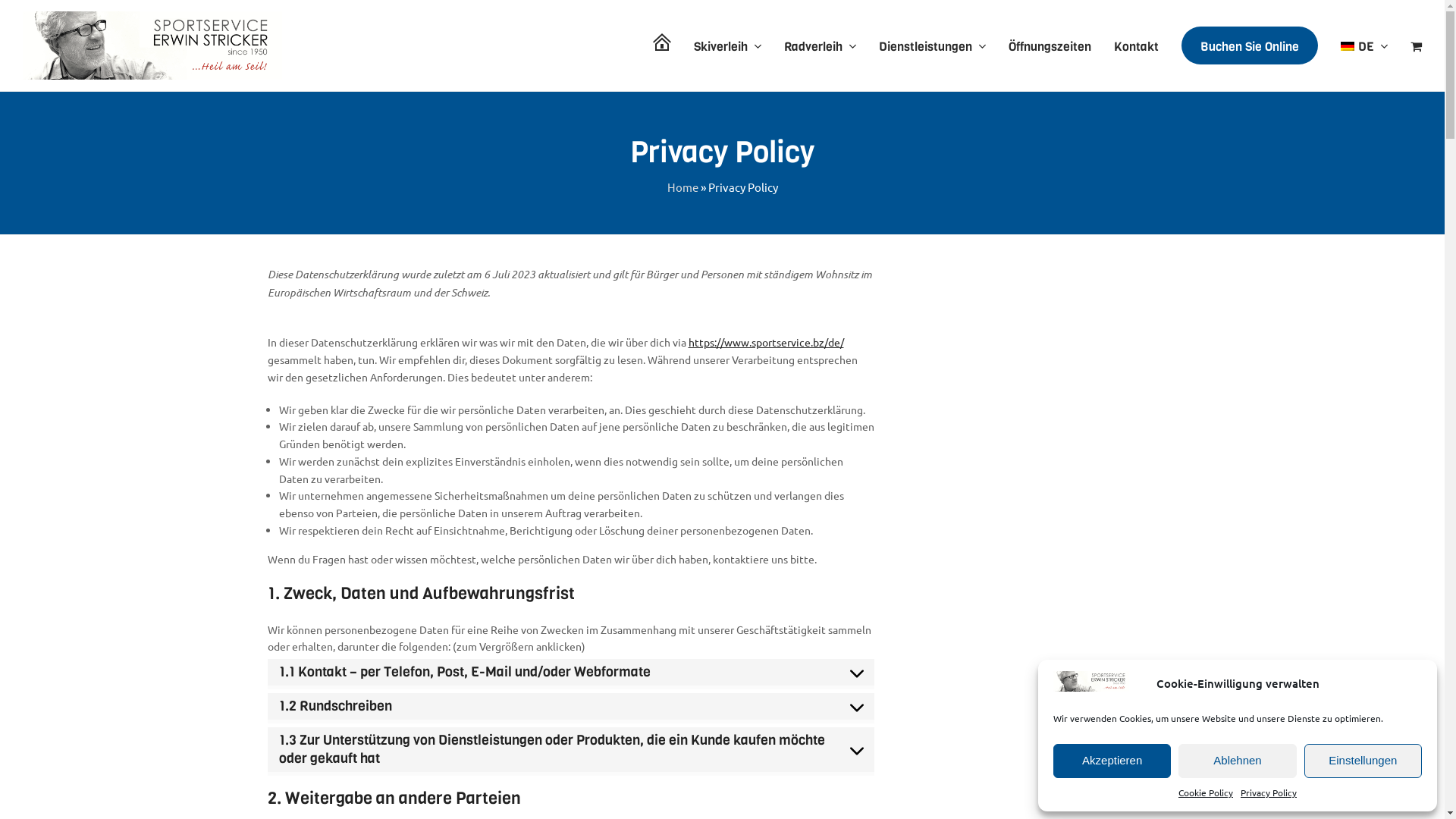 This screenshot has height=819, width=1456. Describe the element at coordinates (1249, 45) in the screenshot. I see `'Buchen Sie Online'` at that location.